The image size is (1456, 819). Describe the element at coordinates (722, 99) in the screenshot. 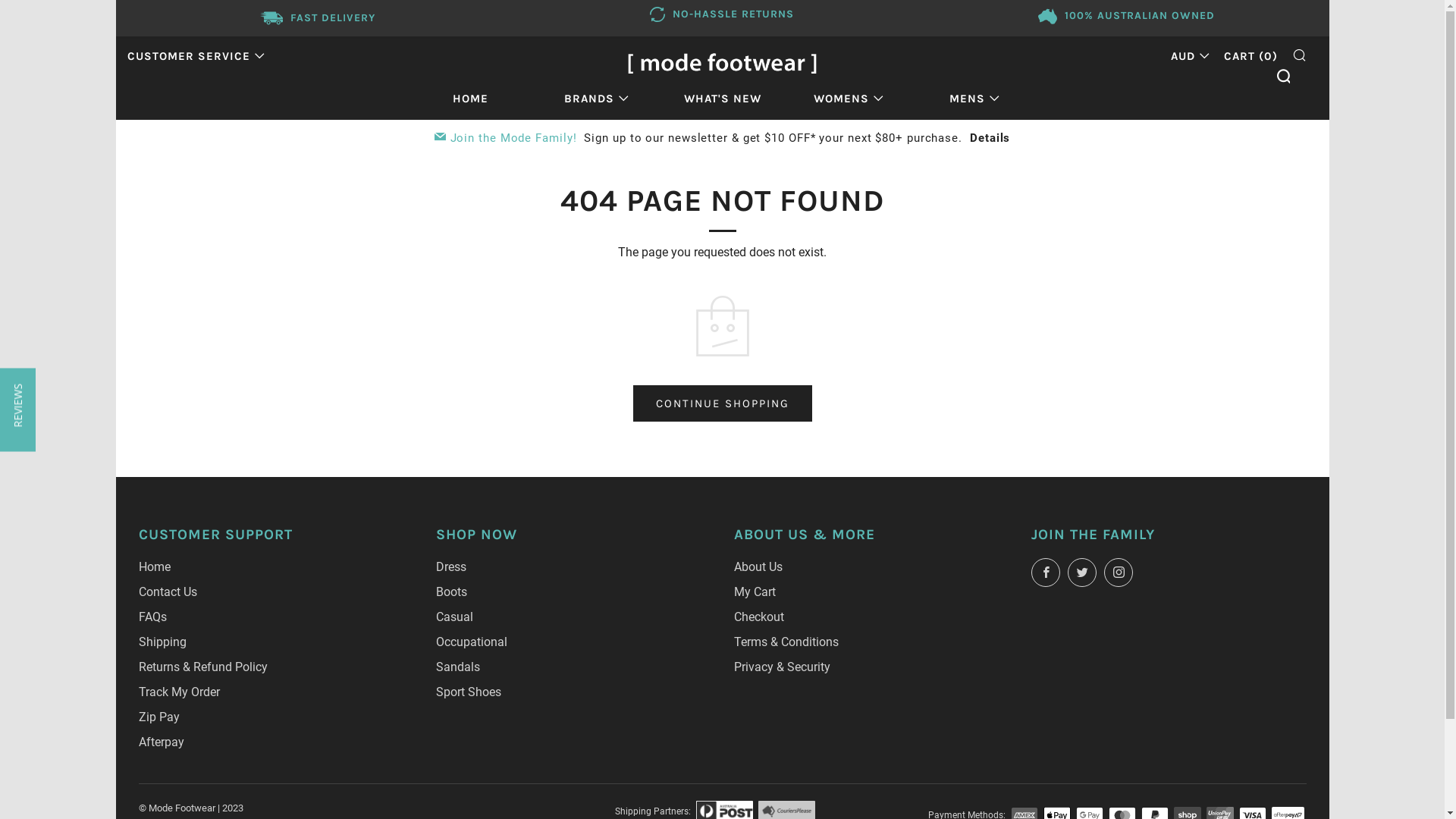

I see `'WHAT'S NEW'` at that location.